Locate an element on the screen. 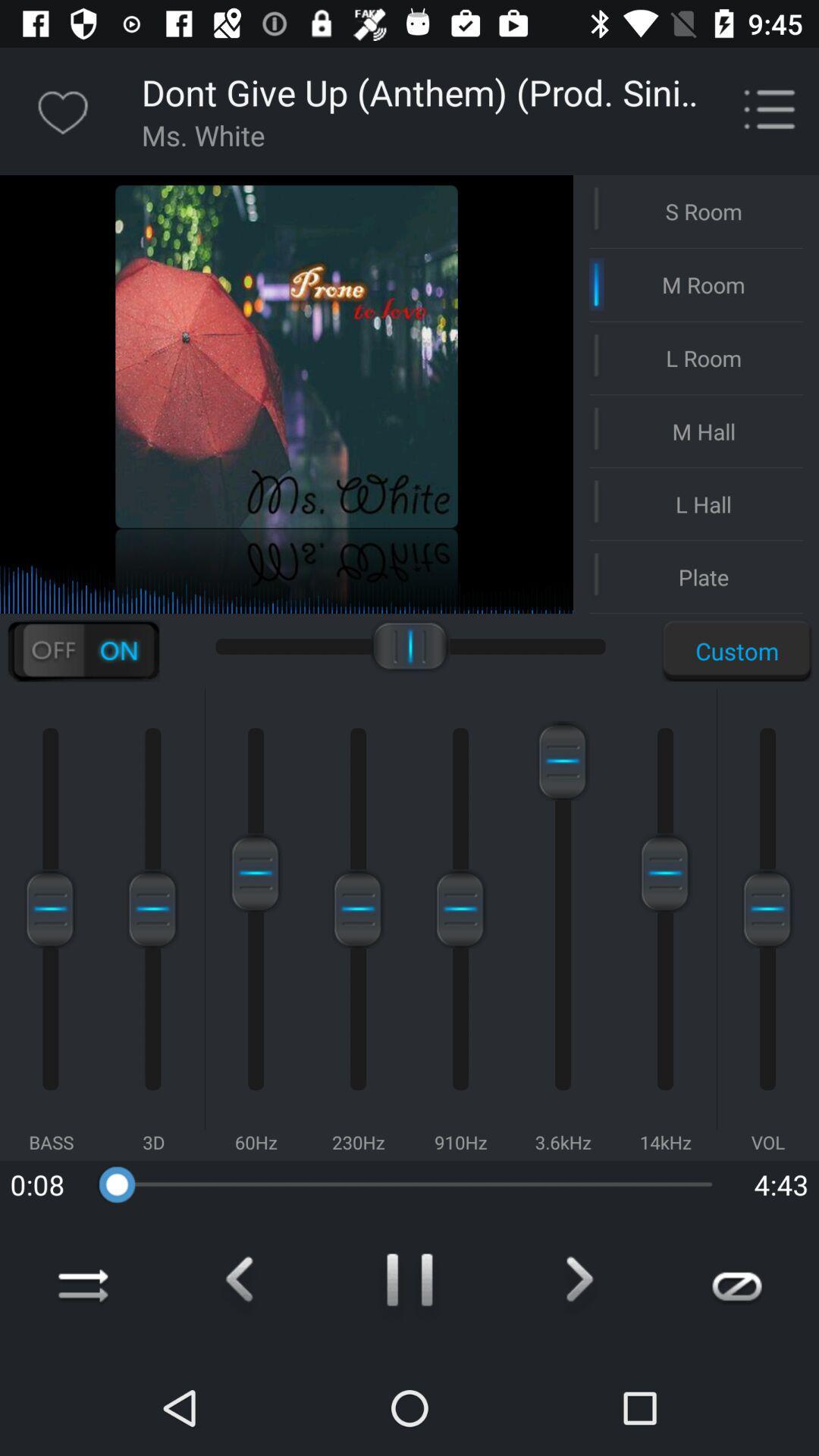 Image resolution: width=819 pixels, height=1456 pixels. the sliders icon is located at coordinates (83, 651).